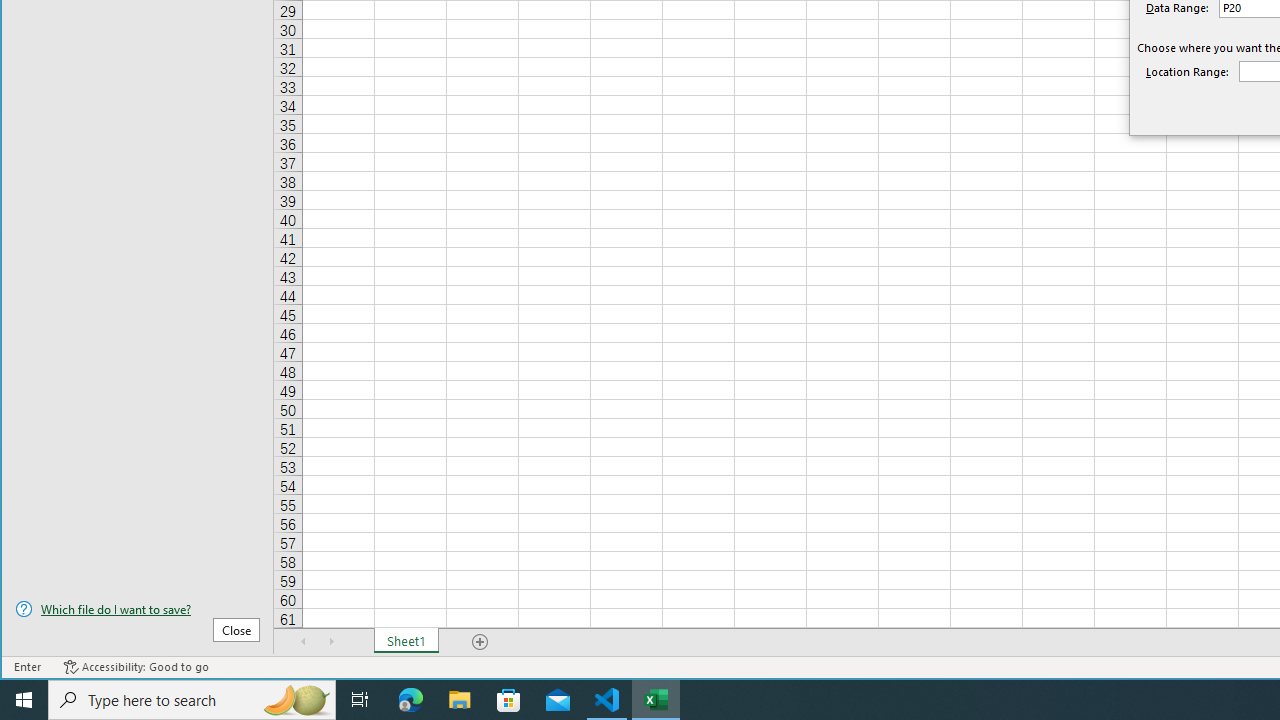 This screenshot has width=1280, height=720. Describe the element at coordinates (481, 641) in the screenshot. I see `'Add Sheet'` at that location.